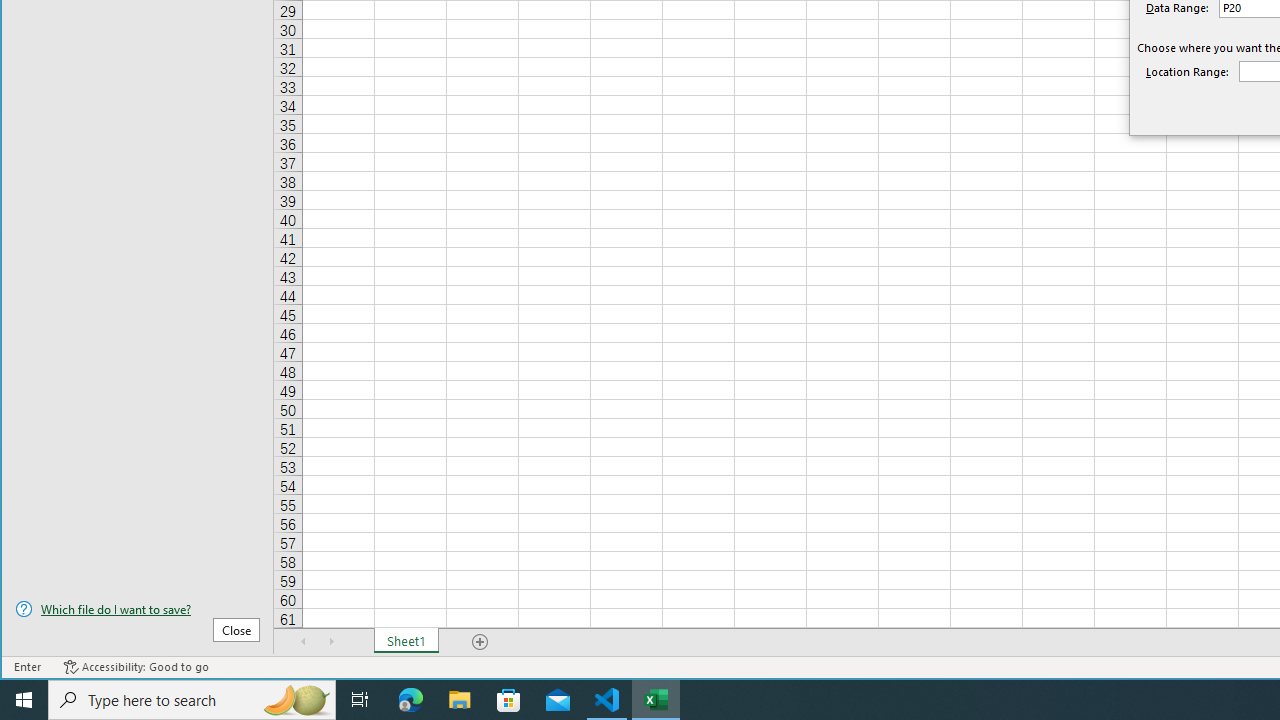 This screenshot has width=1280, height=720. Describe the element at coordinates (481, 641) in the screenshot. I see `'Add Sheet'` at that location.